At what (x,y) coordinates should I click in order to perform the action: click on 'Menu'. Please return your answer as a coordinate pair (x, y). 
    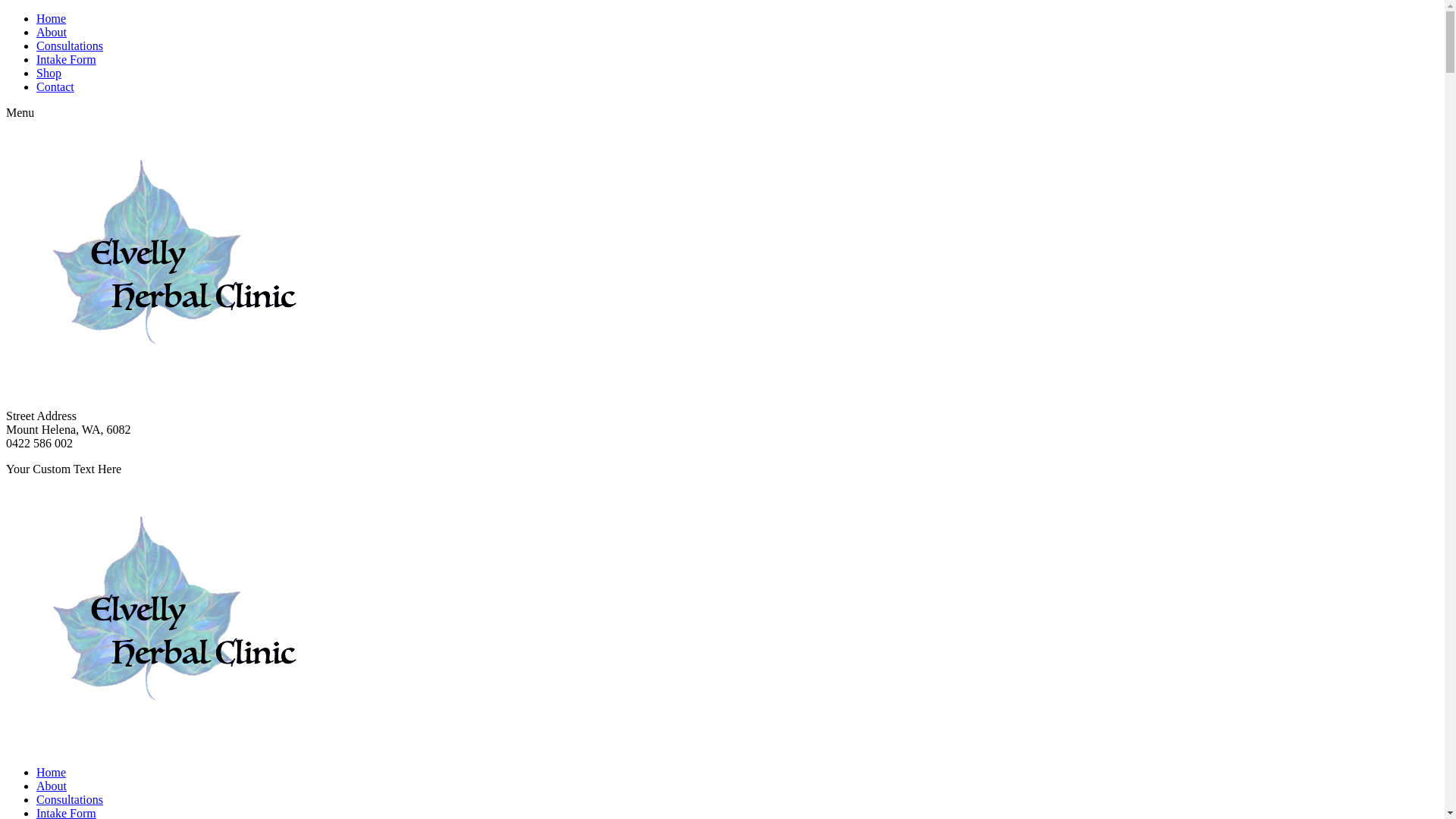
    Looking at the image, I should click on (20, 111).